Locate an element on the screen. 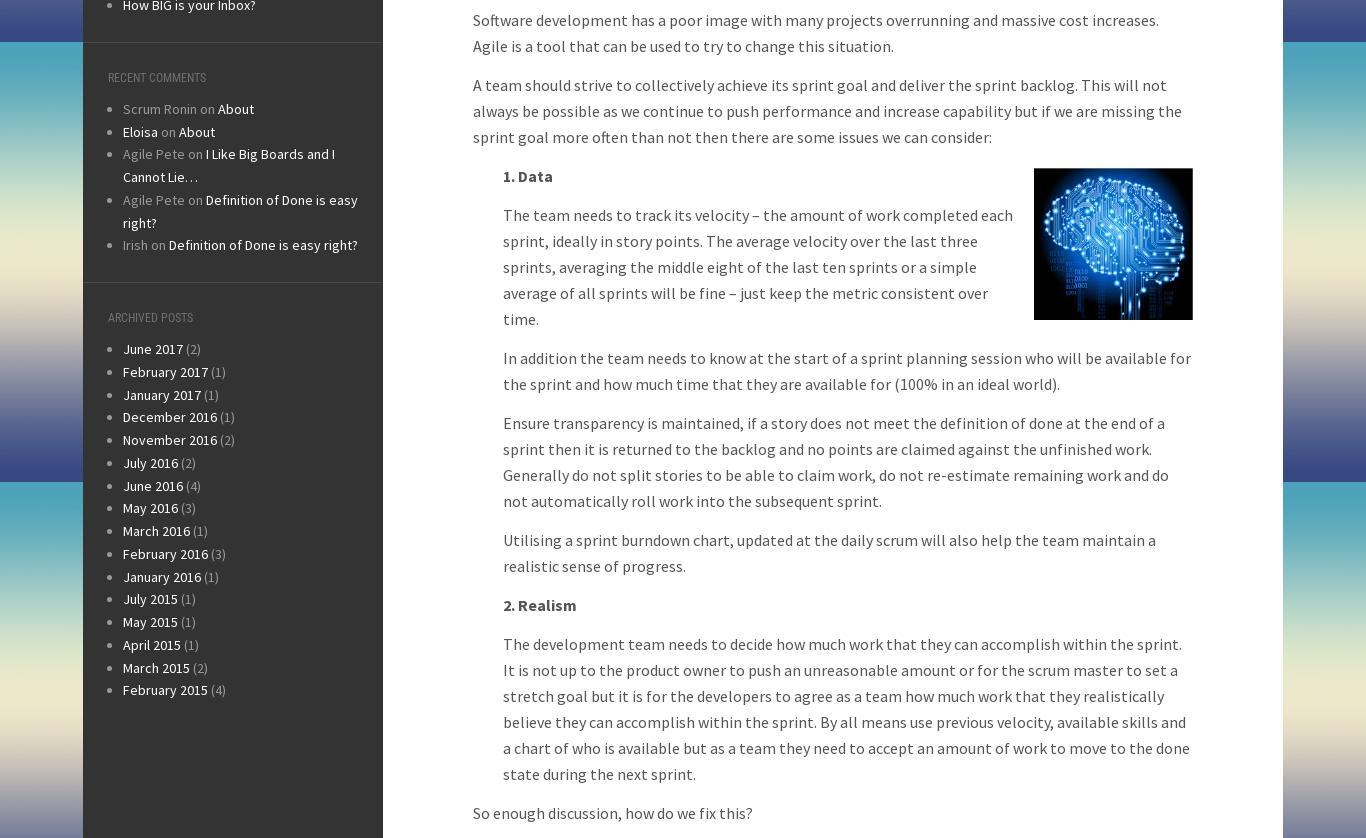 The image size is (1366, 838). 'December 2016' is located at coordinates (169, 415).